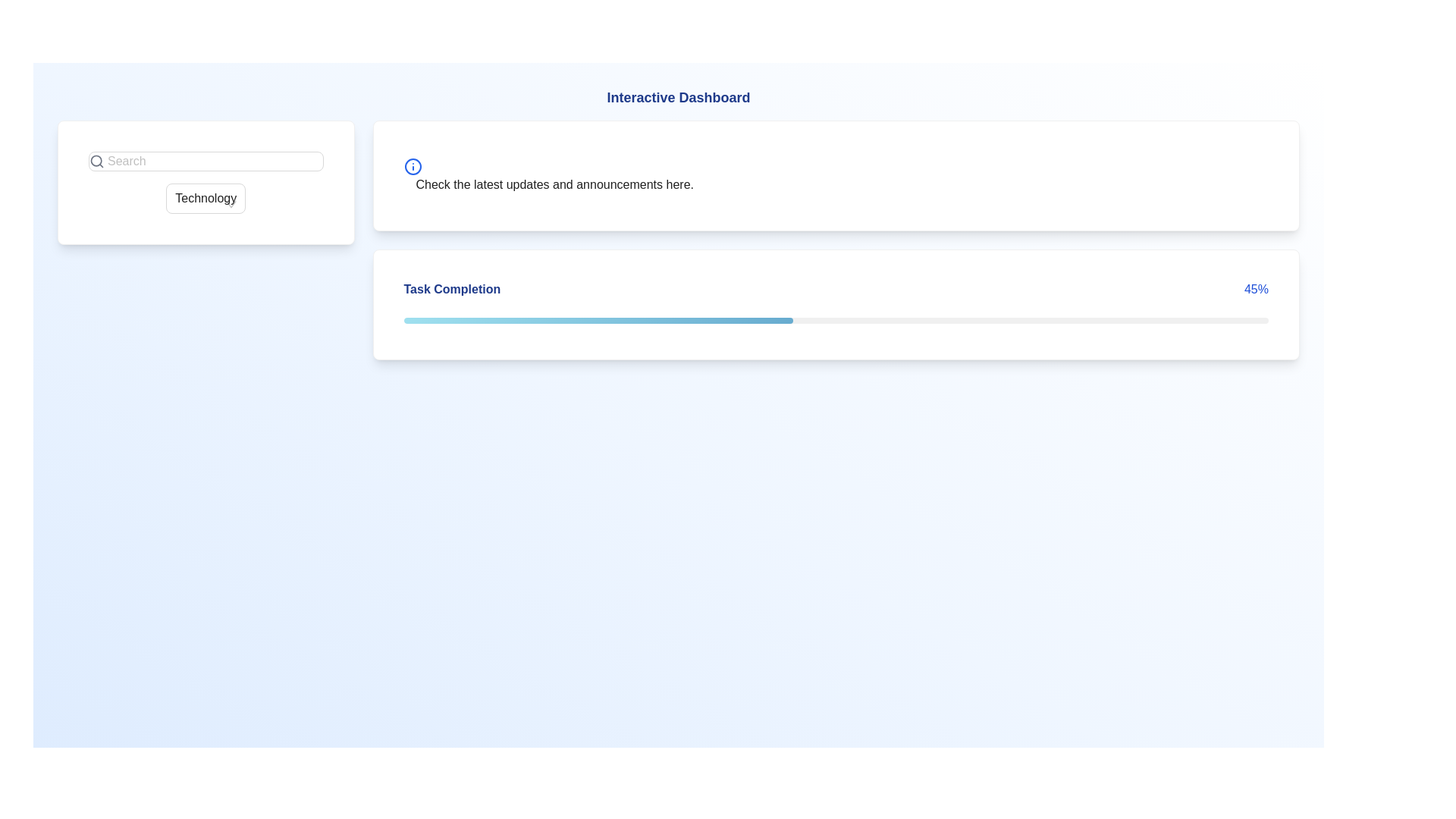 The width and height of the screenshot is (1456, 819). I want to click on the blue circular icon located in the top-right card that contains the text 'Check the latest updates and announcements here.', so click(413, 166).